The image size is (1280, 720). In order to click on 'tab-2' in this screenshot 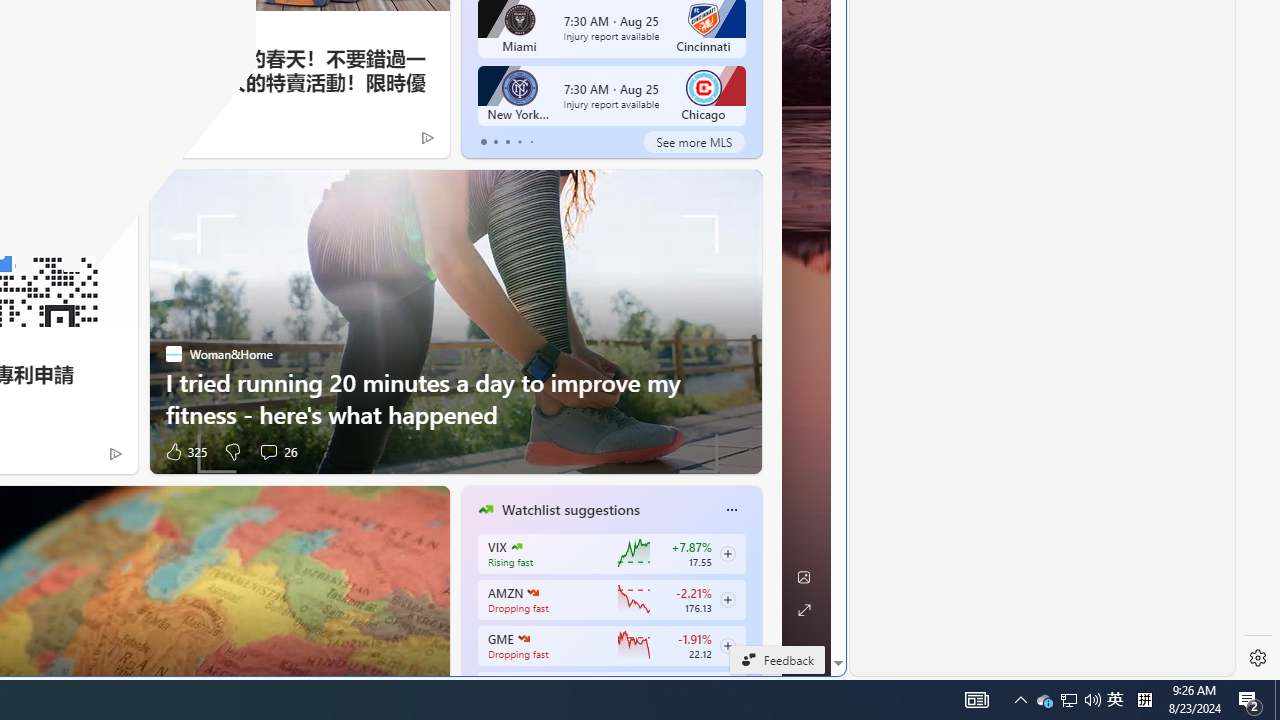, I will do `click(507, 141)`.